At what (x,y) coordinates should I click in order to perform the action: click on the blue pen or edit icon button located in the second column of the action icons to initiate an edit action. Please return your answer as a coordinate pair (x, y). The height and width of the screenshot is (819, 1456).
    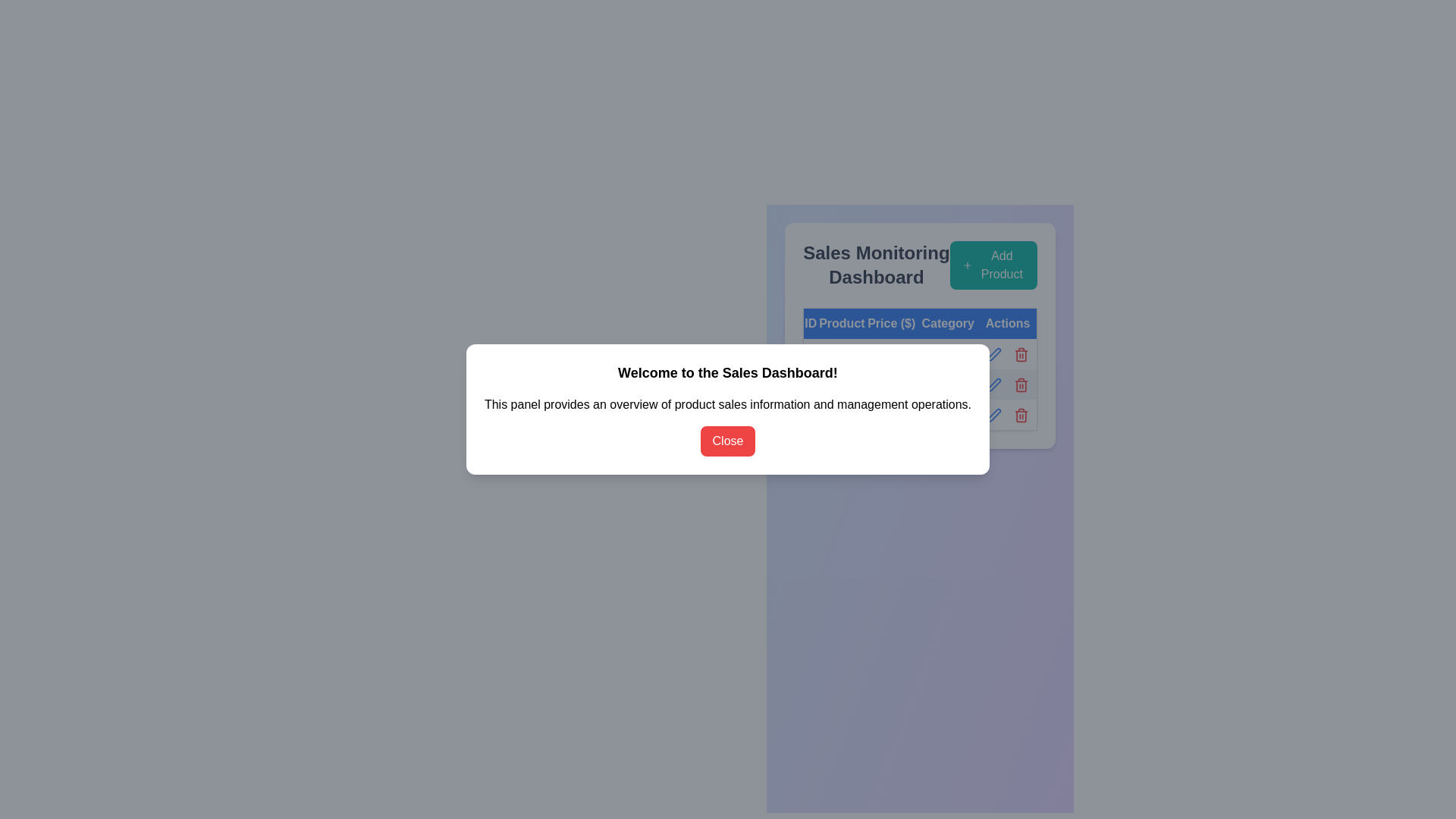
    Looking at the image, I should click on (993, 353).